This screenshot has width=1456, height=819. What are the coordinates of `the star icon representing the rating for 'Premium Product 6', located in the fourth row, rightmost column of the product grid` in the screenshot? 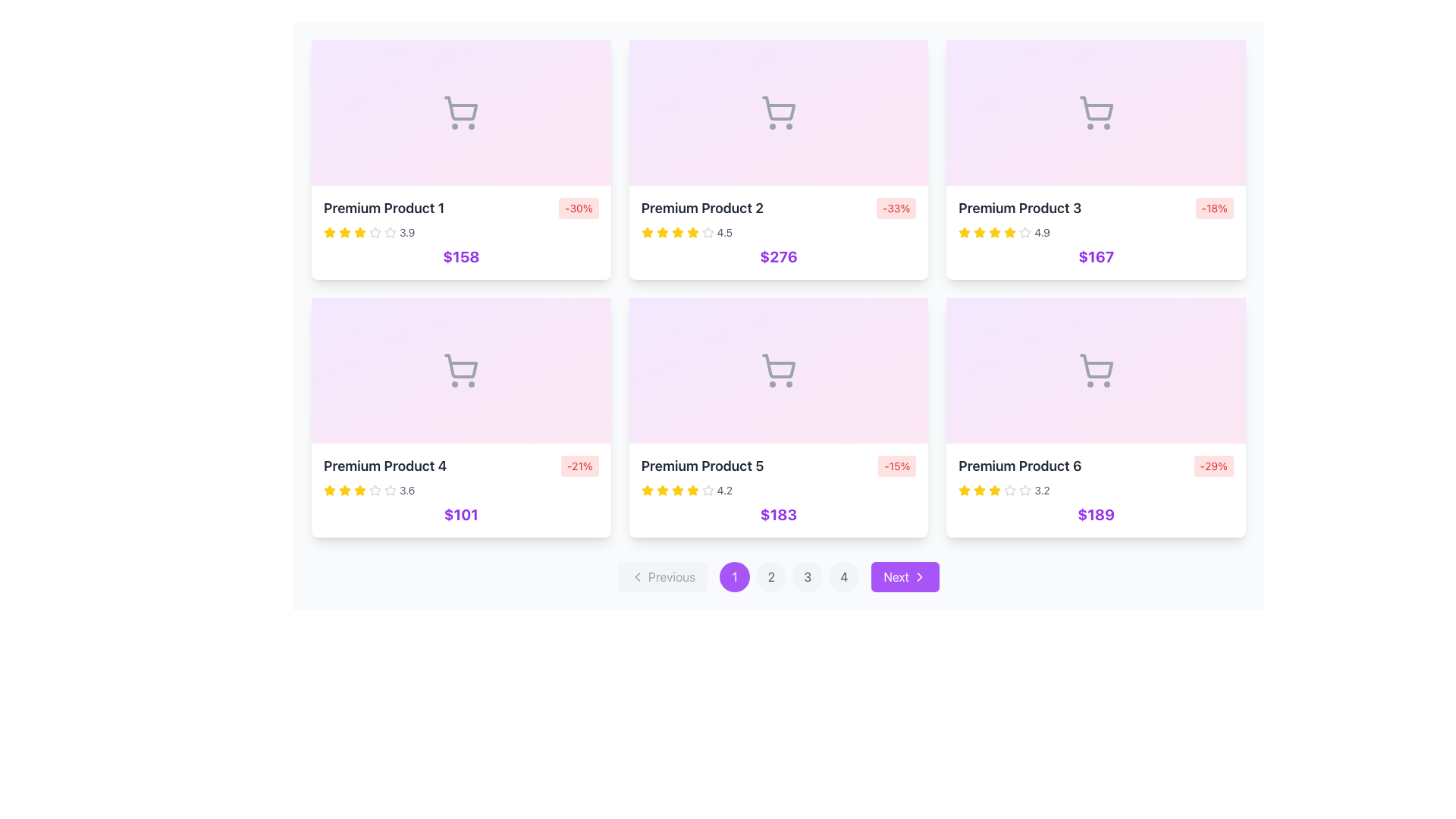 It's located at (964, 490).